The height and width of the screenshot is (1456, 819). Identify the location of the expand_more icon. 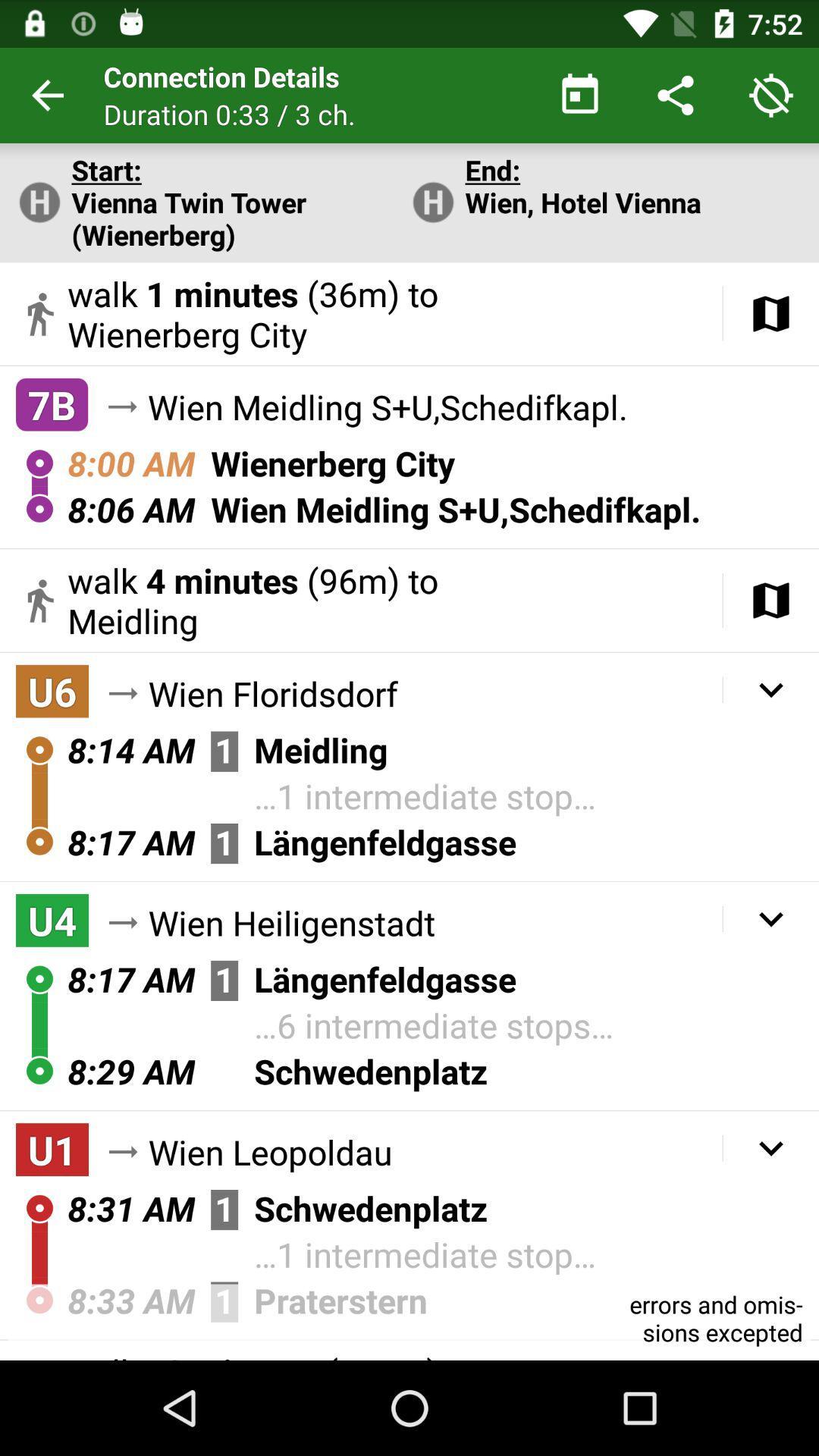
(771, 984).